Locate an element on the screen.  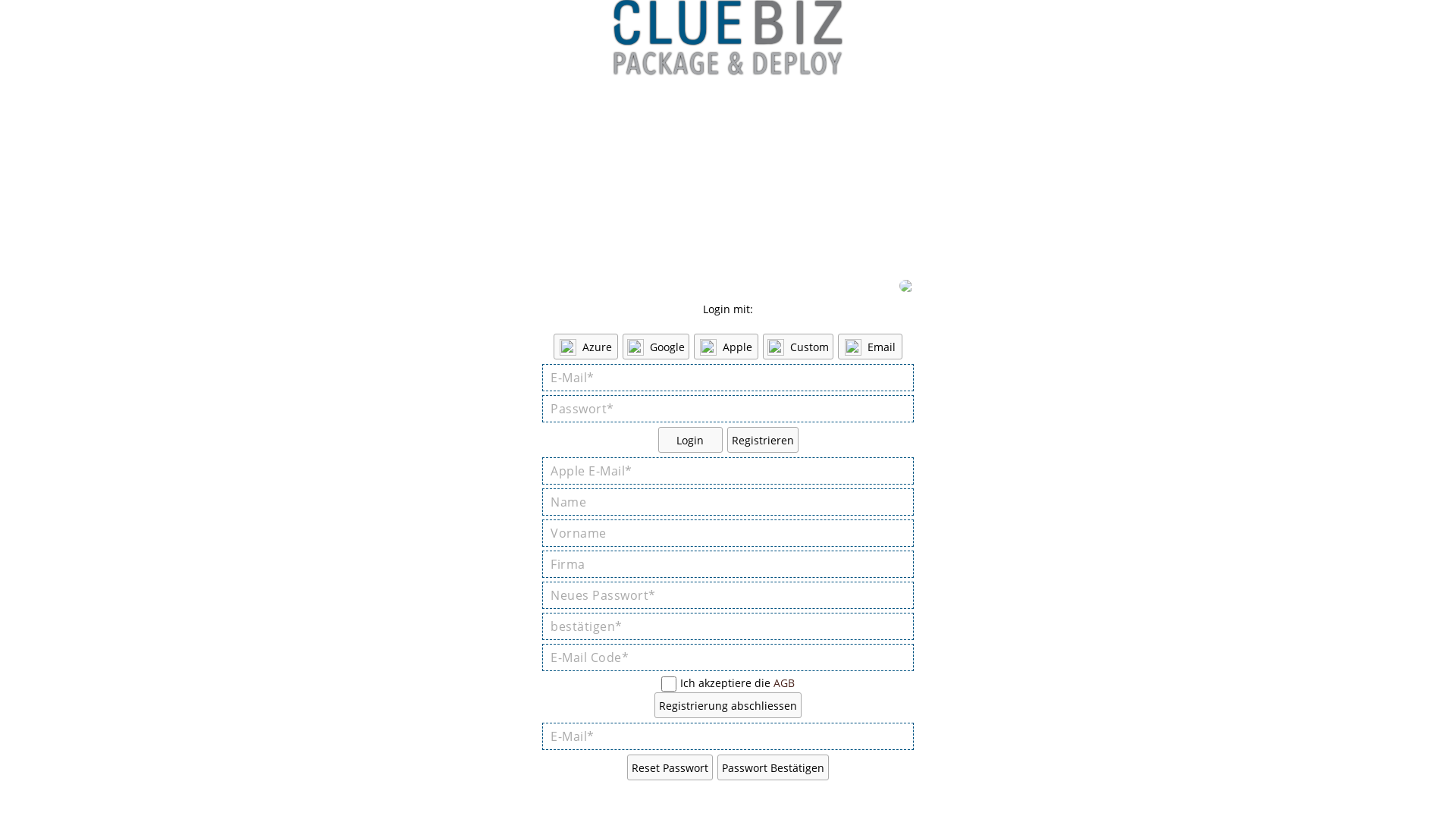
'AGB' is located at coordinates (783, 682).